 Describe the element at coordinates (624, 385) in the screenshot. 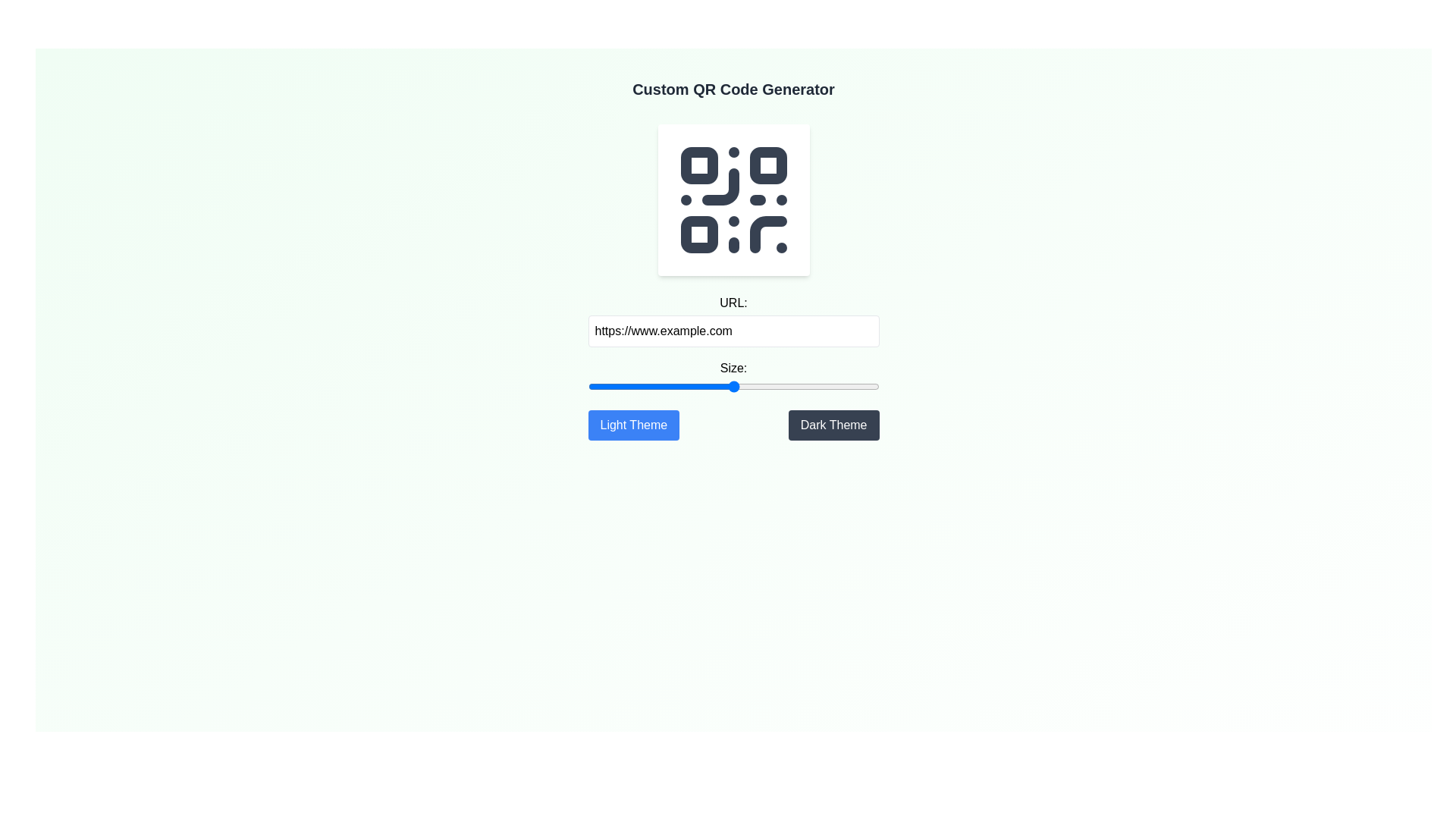

I see `the slider` at that location.